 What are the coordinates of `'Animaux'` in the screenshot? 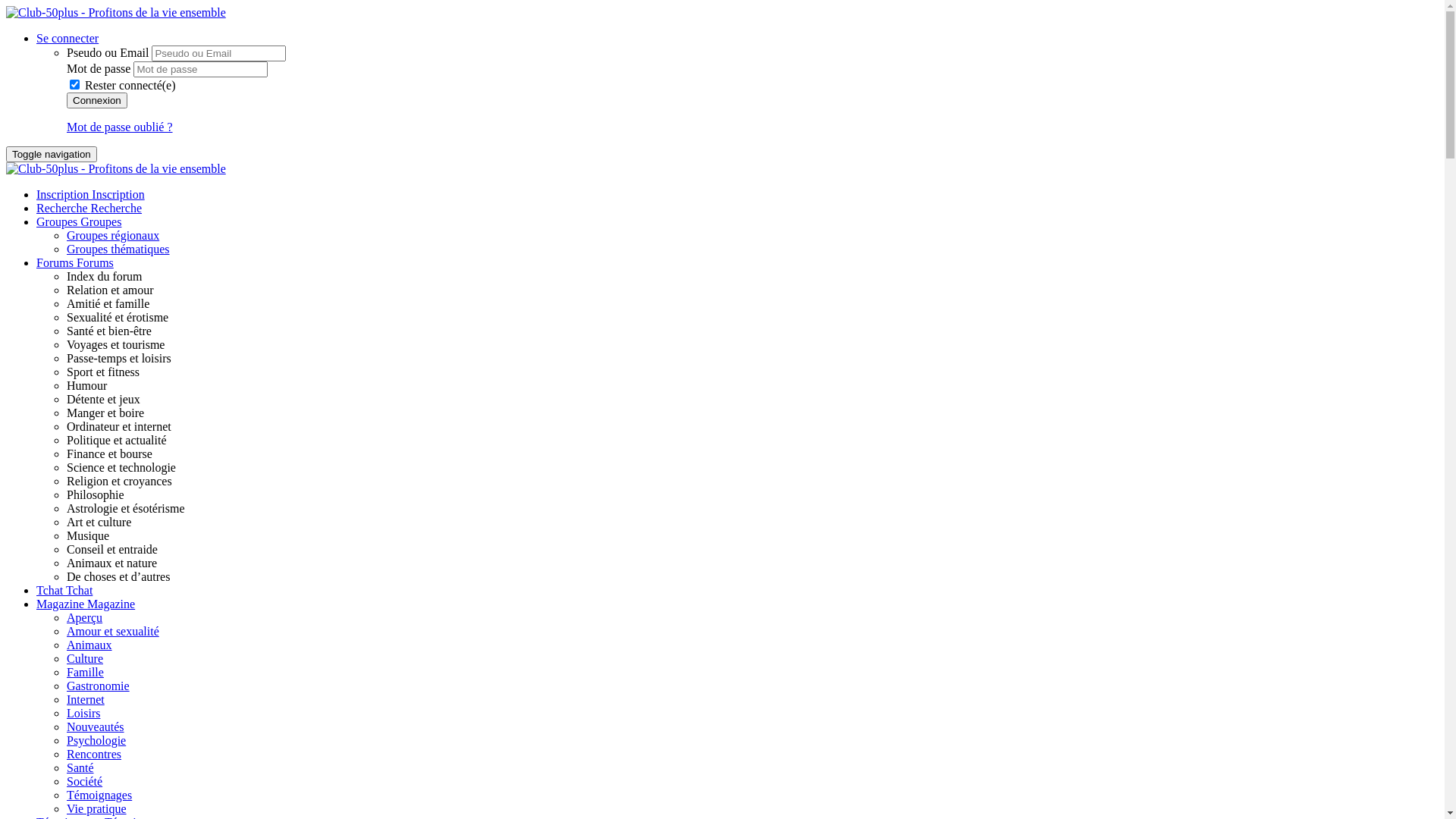 It's located at (89, 645).